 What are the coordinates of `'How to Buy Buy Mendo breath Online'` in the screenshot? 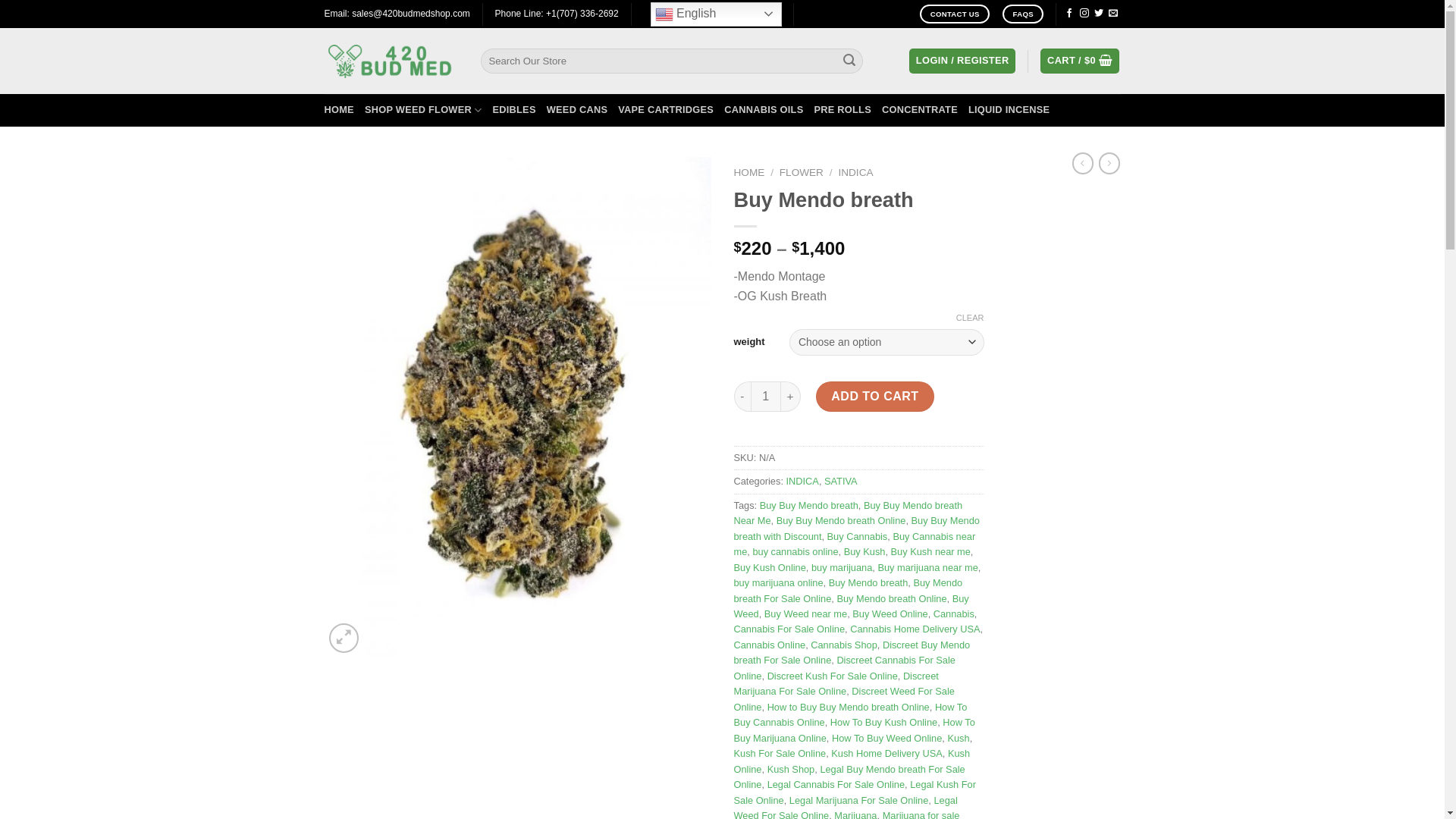 It's located at (847, 707).